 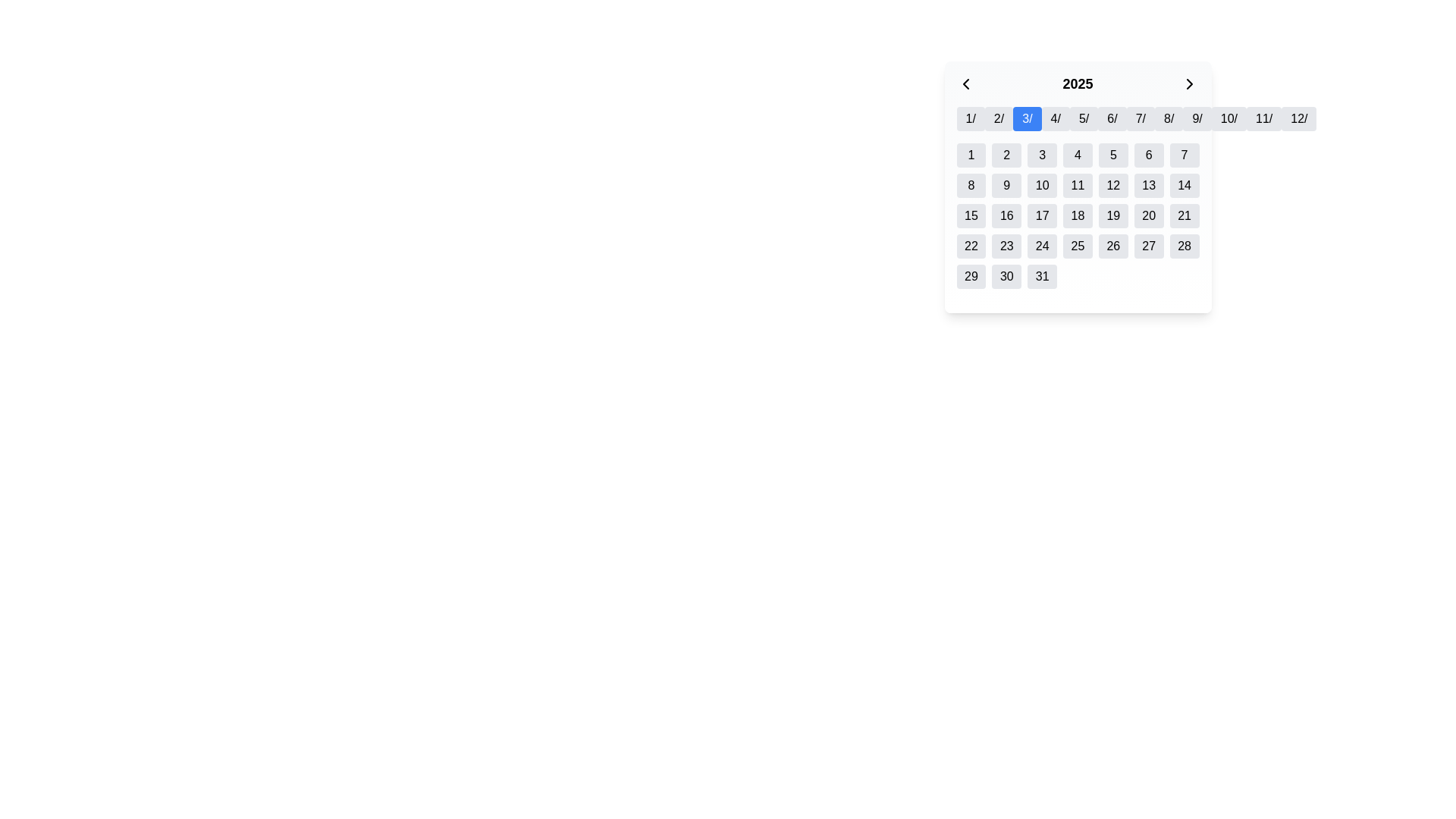 What do you see at coordinates (1228, 118) in the screenshot?
I see `the button displaying '10/' in bold black font, which is part of the month number series in the calendar interface` at bounding box center [1228, 118].